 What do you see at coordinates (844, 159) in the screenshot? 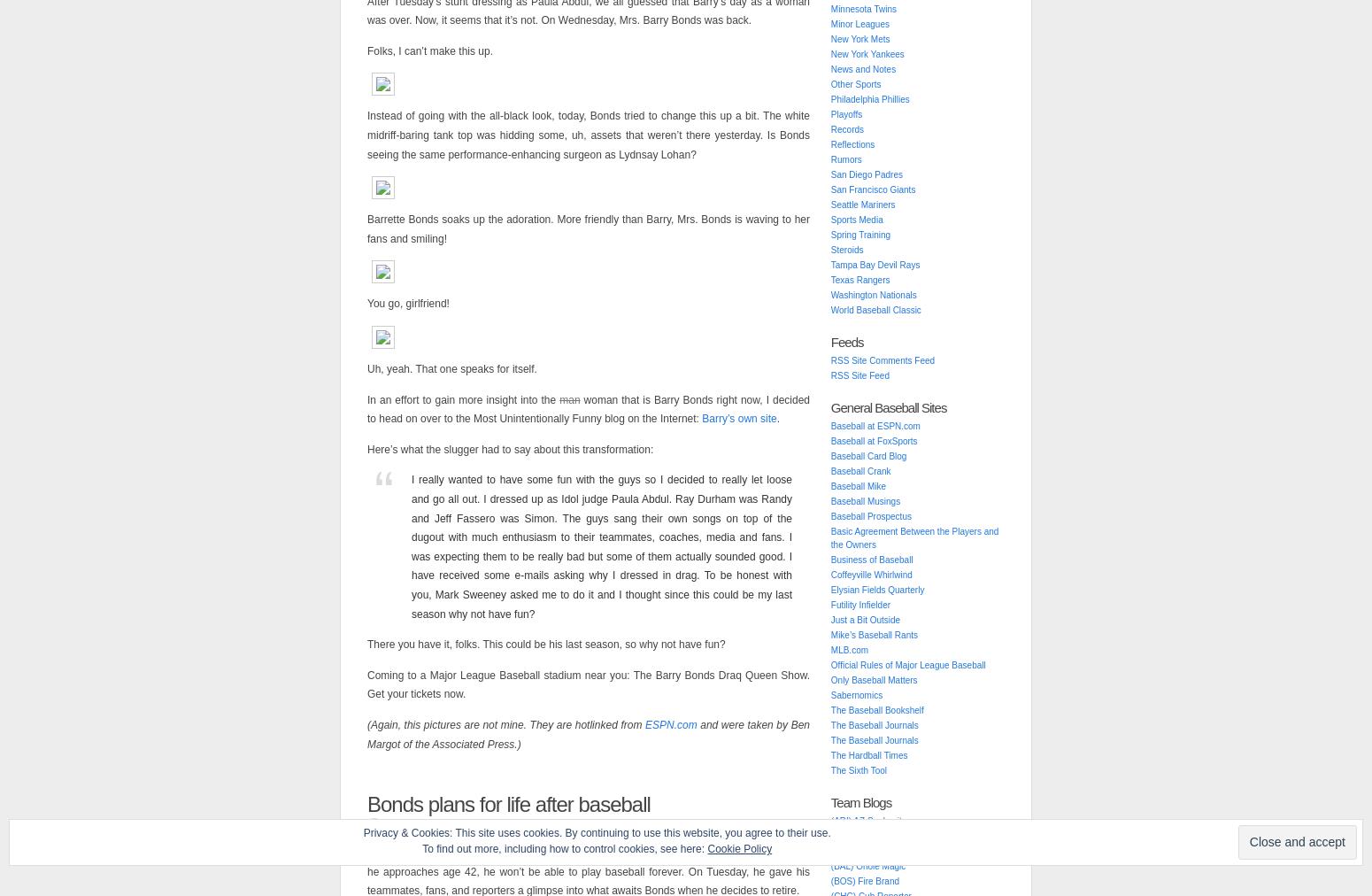
I see `'Rumors'` at bounding box center [844, 159].